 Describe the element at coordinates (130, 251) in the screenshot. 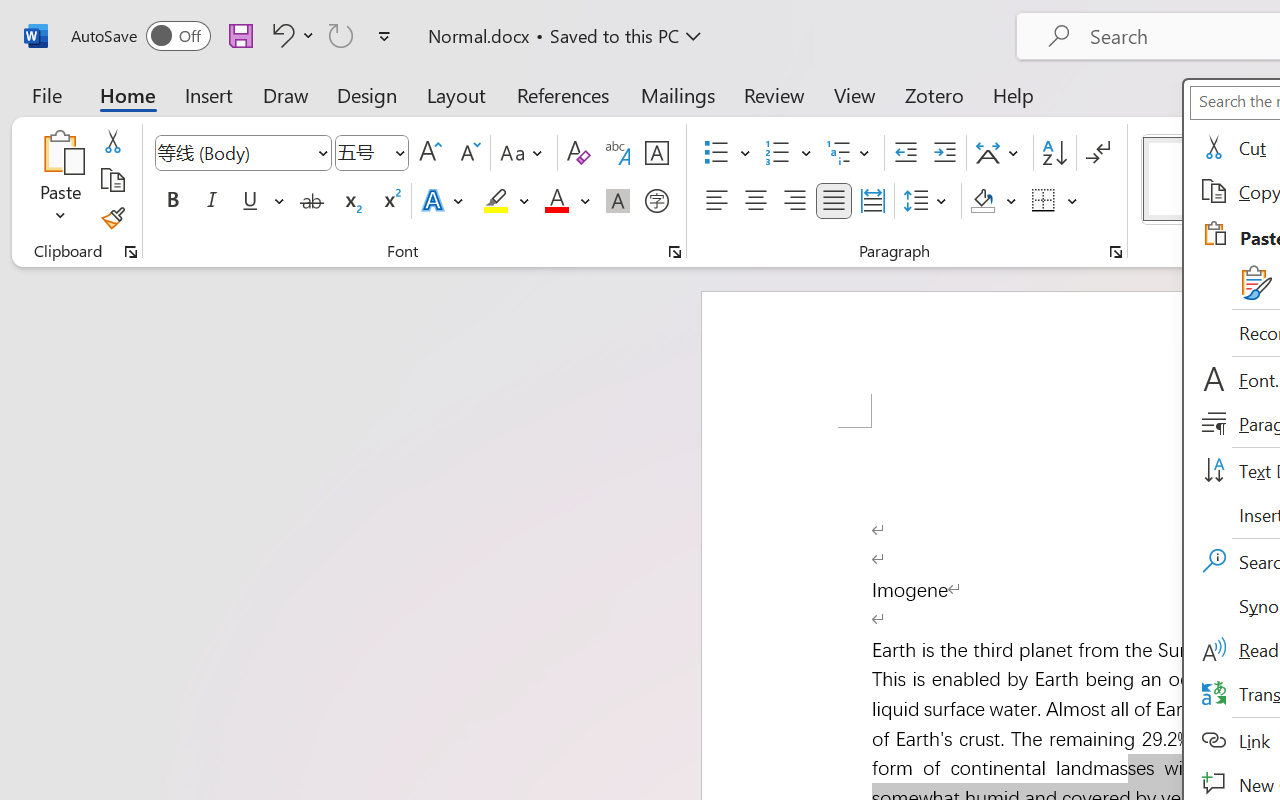

I see `'Office Clipboard...'` at that location.